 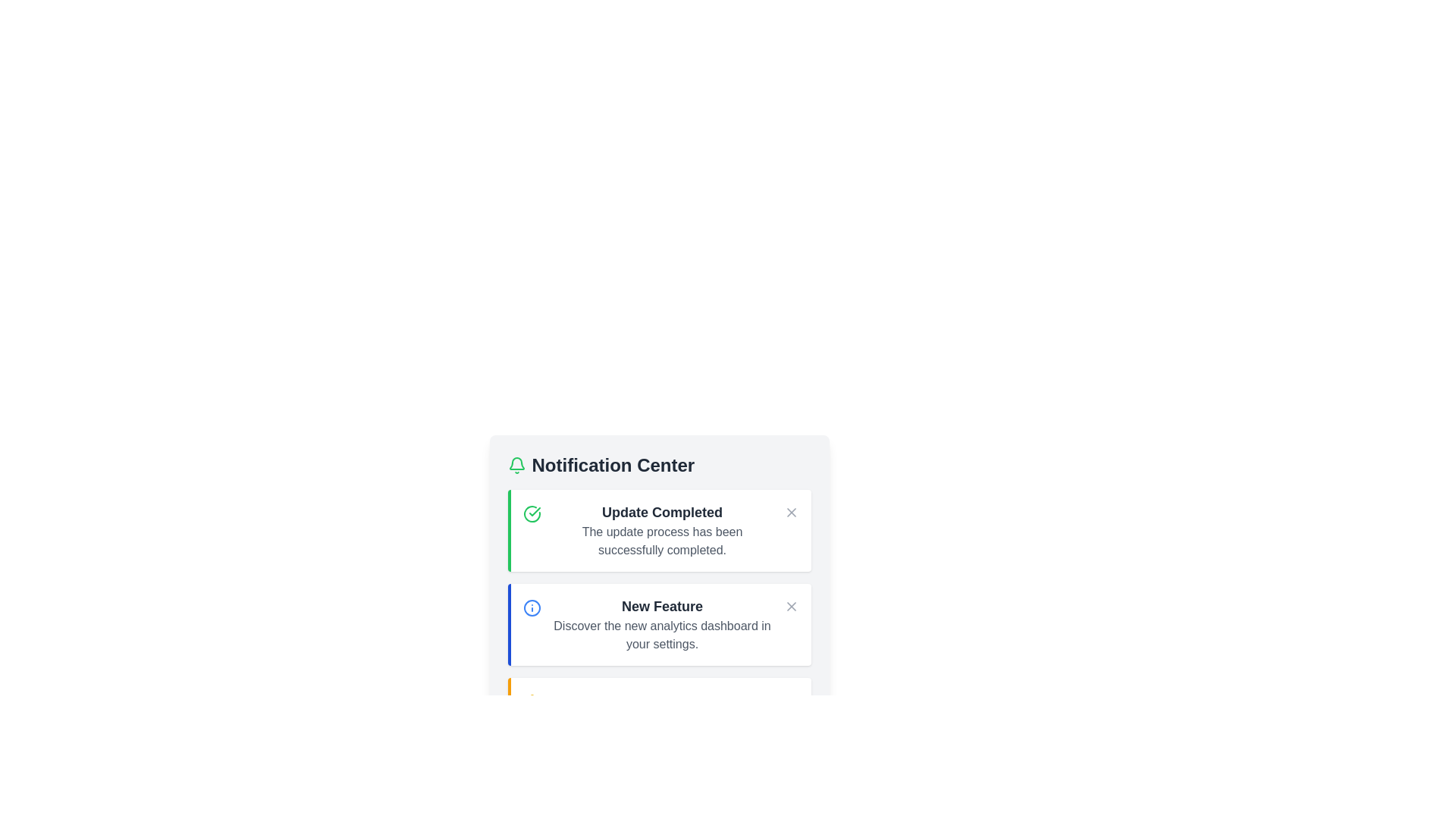 What do you see at coordinates (516, 464) in the screenshot?
I see `the bell-shaped notification icon with a green outline, located to the left of the 'Notification Center' text` at bounding box center [516, 464].